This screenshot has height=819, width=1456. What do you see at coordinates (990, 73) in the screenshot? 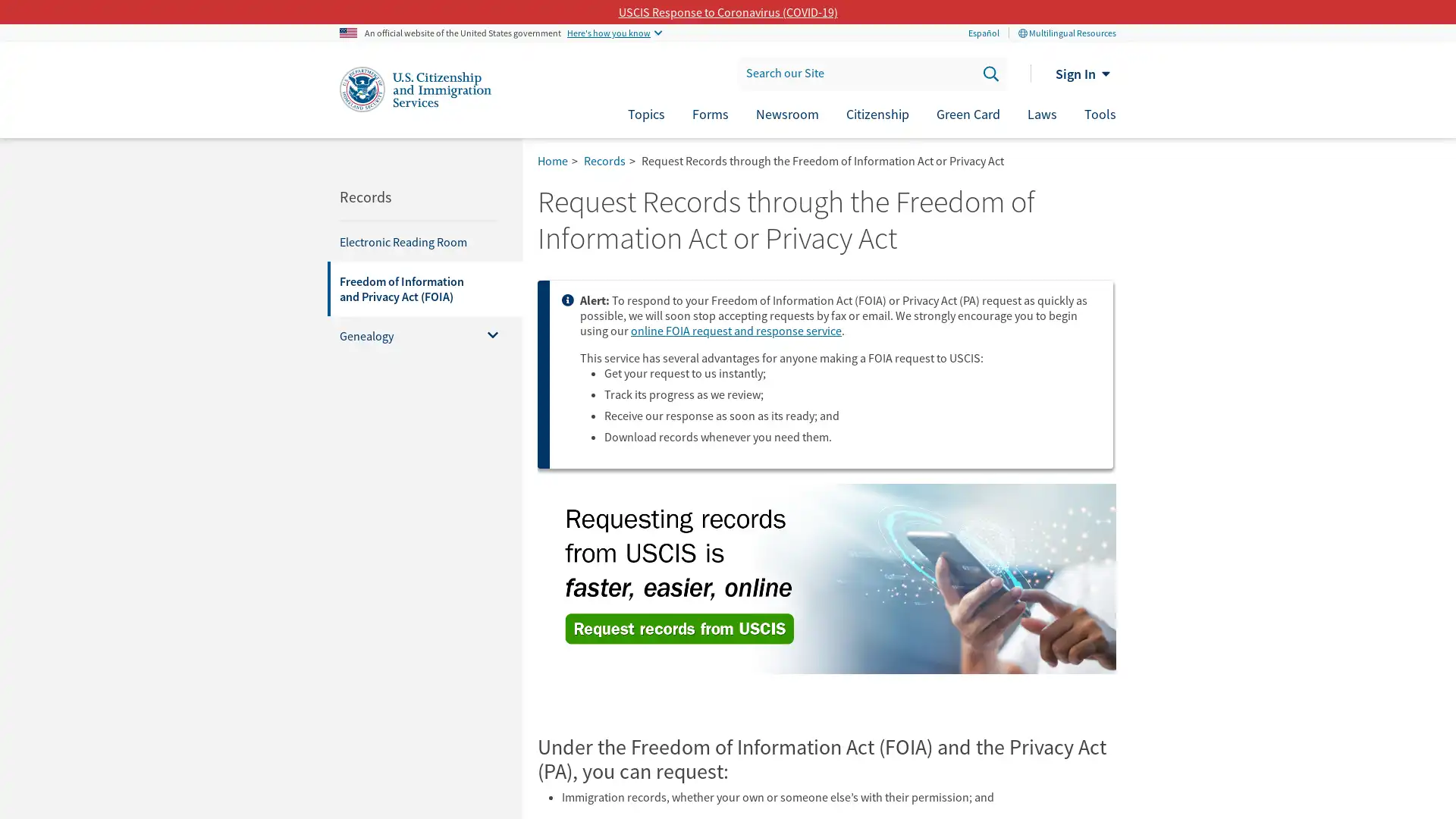
I see `Search` at bounding box center [990, 73].